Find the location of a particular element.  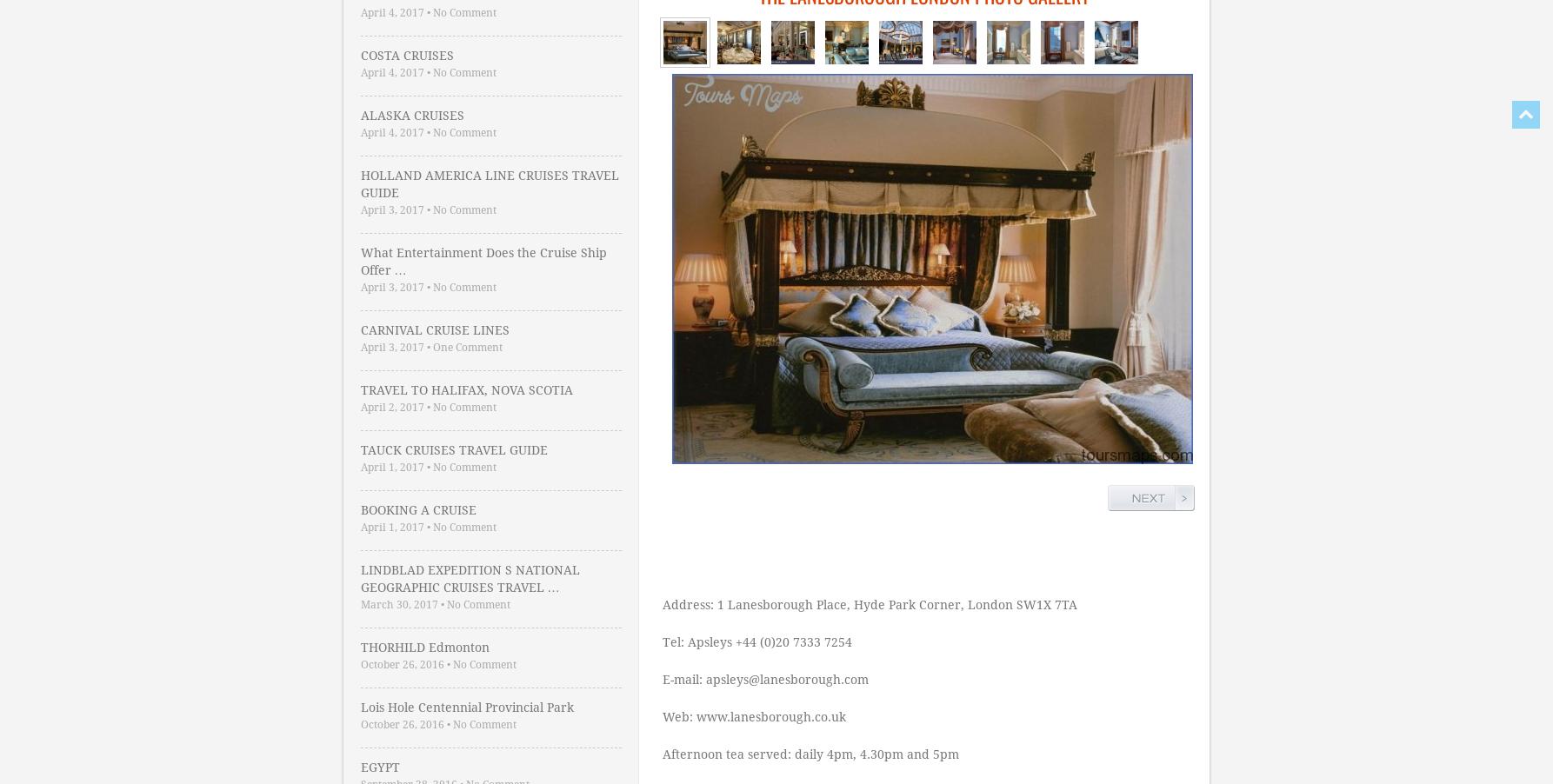

'HOLLAND AMERICA LINE CRUISES TRAVEL GUIDE' is located at coordinates (359, 183).